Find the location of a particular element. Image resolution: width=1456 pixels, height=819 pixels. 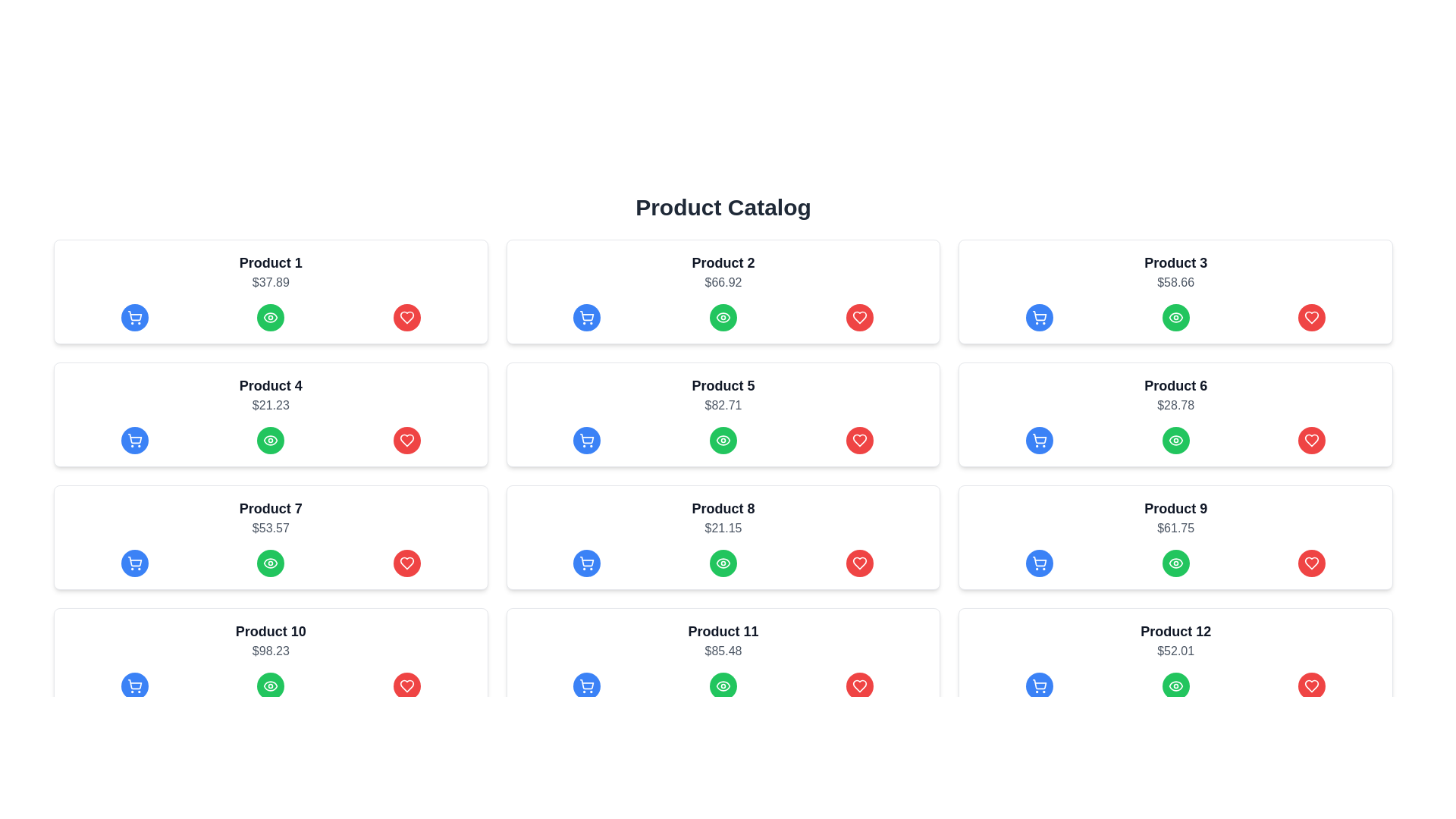

the heart icon located in the second product card ('Product 2') in the first row of the product catalog is located at coordinates (859, 317).